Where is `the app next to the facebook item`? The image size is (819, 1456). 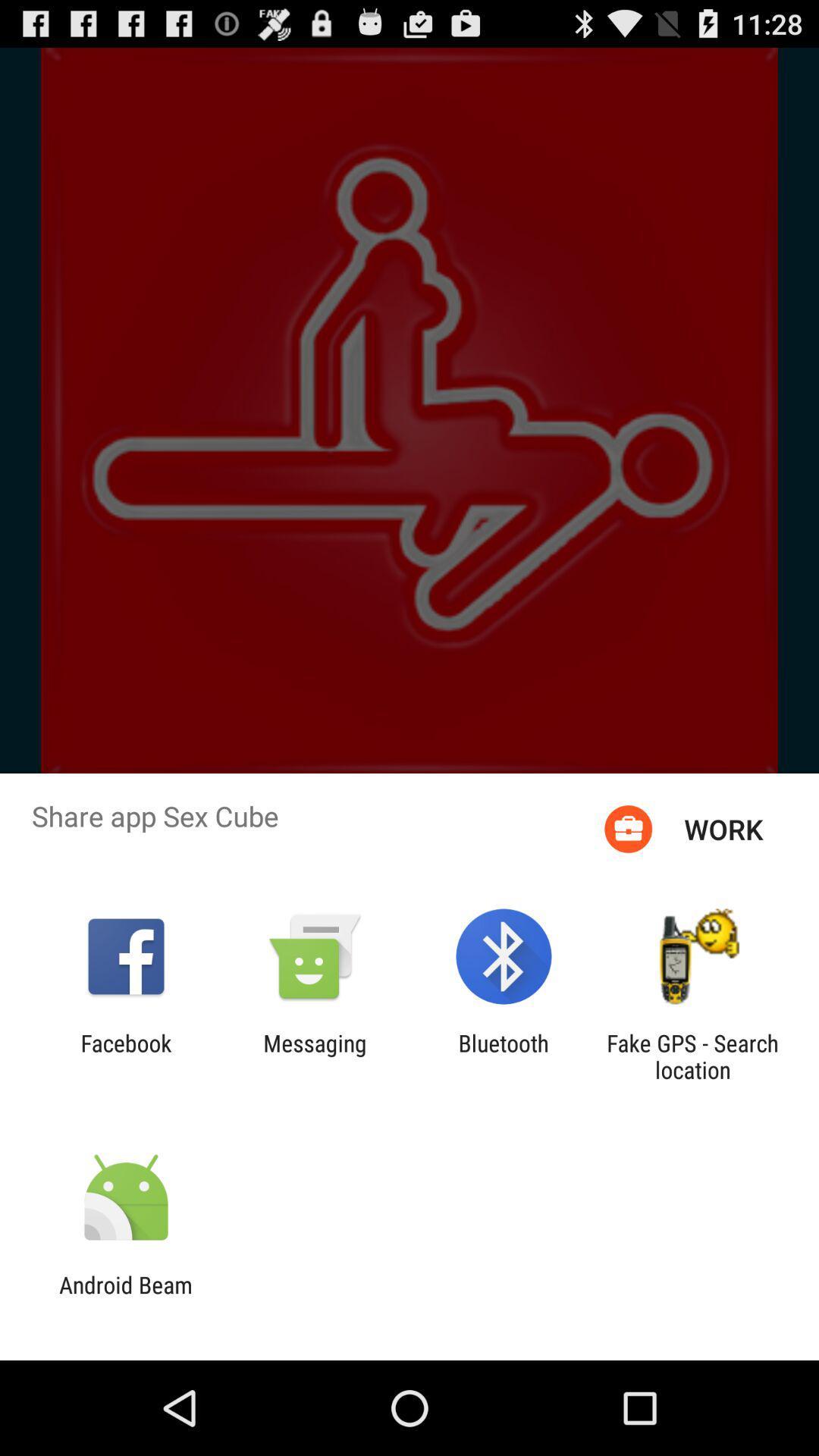
the app next to the facebook item is located at coordinates (314, 1056).